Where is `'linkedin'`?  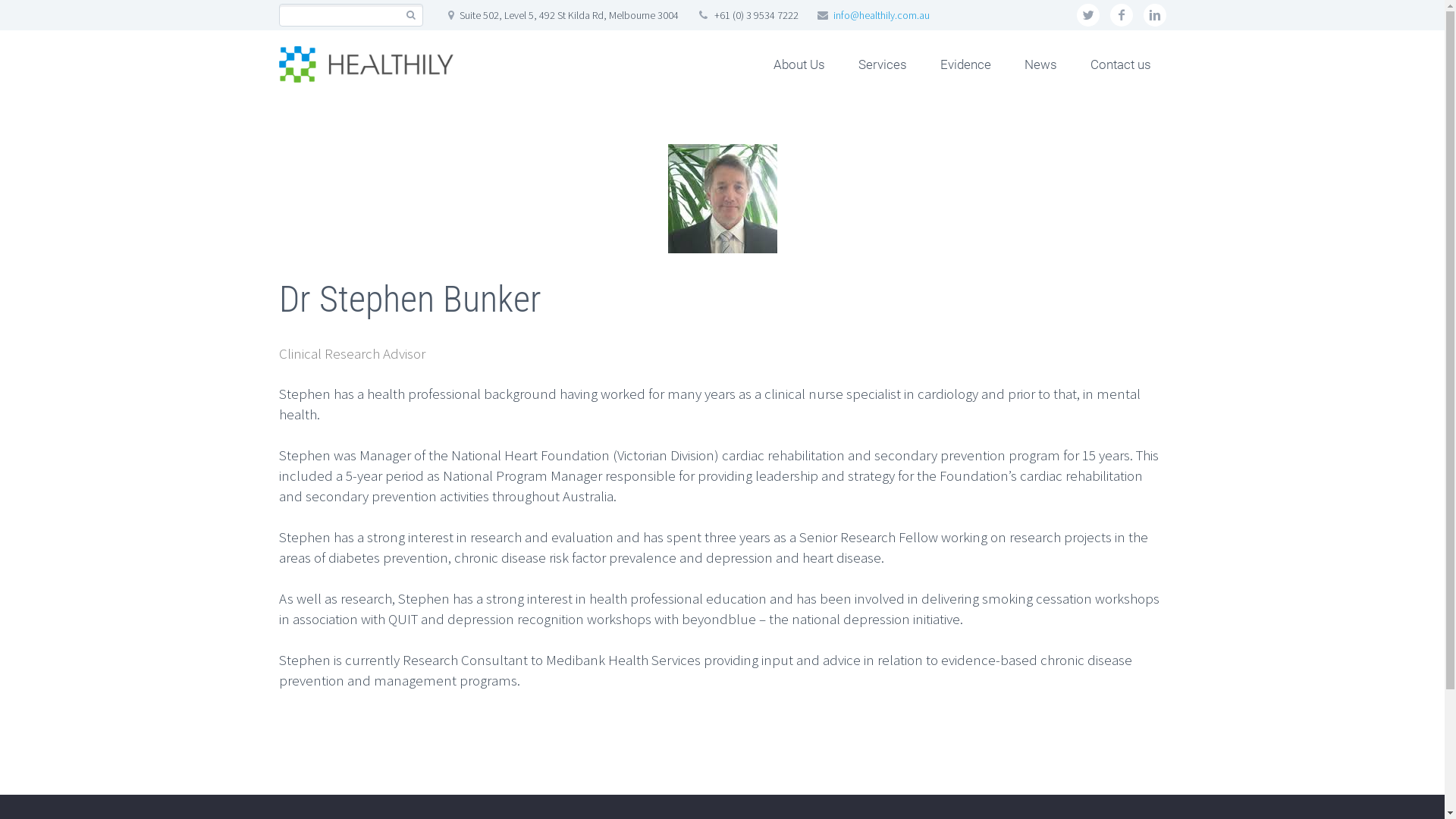
'linkedin' is located at coordinates (1153, 14).